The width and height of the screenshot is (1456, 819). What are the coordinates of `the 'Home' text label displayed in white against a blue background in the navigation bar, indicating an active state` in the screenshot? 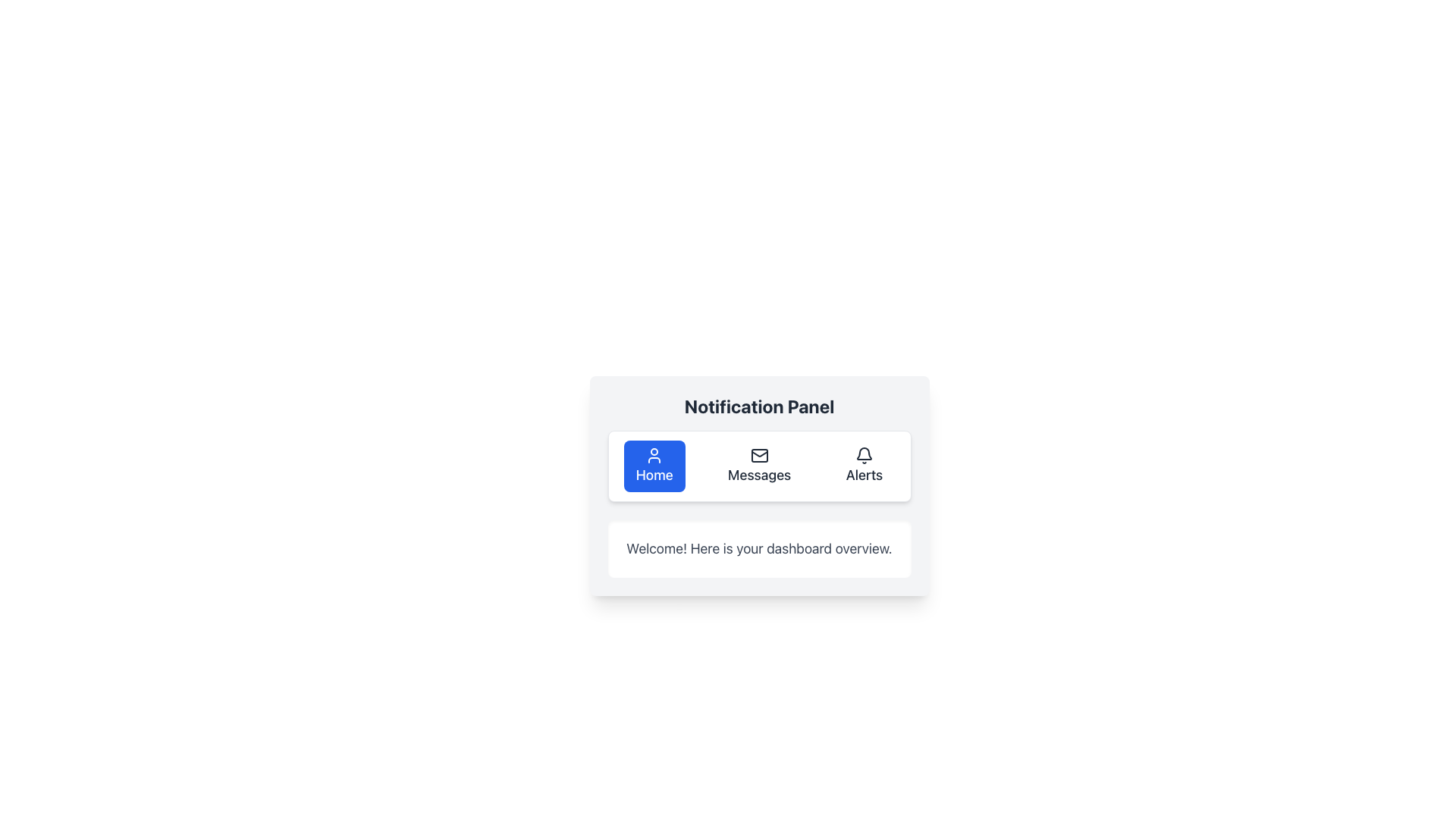 It's located at (654, 475).